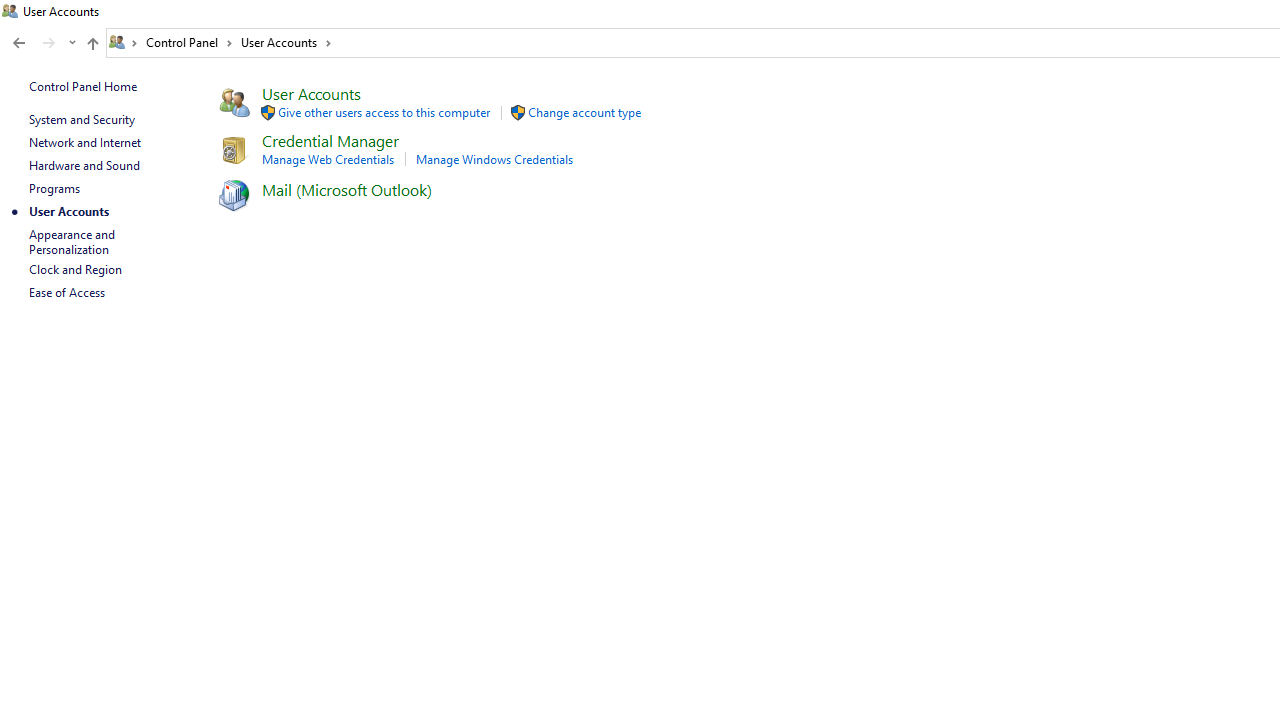 This screenshot has width=1280, height=720. Describe the element at coordinates (346, 189) in the screenshot. I see `'Mail (Microsoft Outlook)'` at that location.